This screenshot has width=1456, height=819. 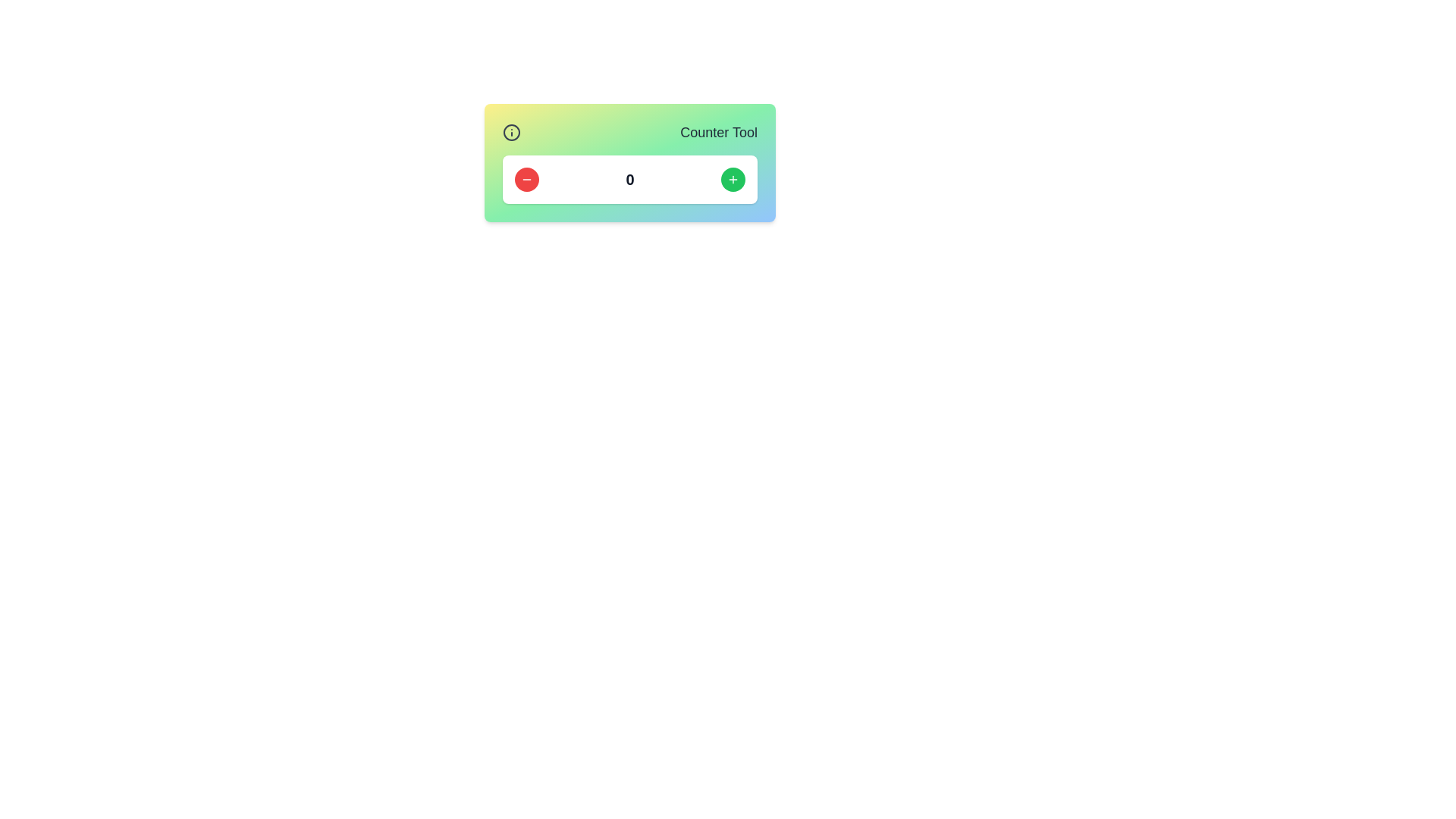 I want to click on the button used to decrease the counter value, located on the left side of the counter interface, to change its background color, so click(x=527, y=178).